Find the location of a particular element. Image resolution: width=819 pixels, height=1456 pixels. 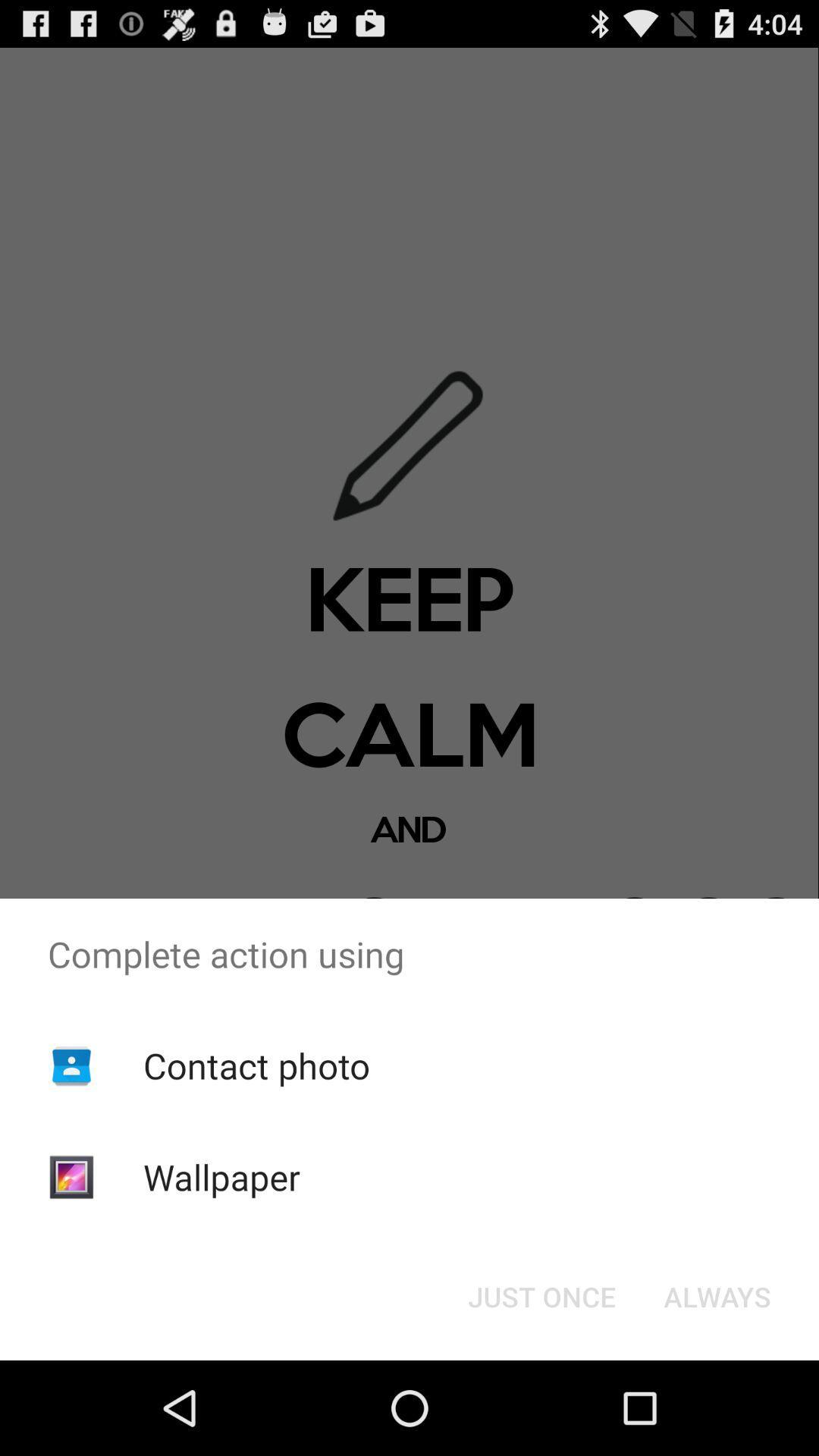

item above the wallpaper item is located at coordinates (256, 1065).